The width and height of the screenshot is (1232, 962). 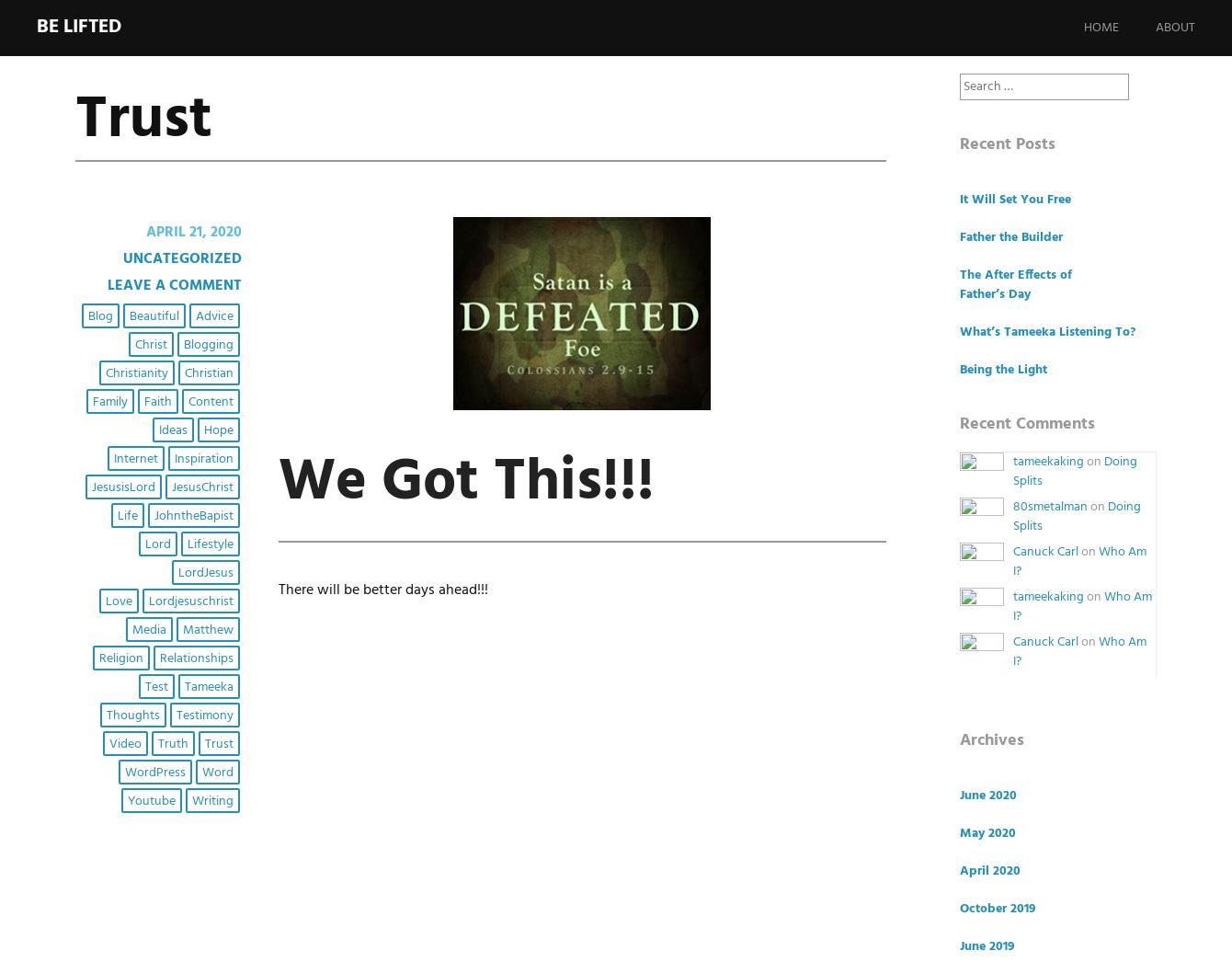 I want to click on 'Word', so click(x=215, y=772).